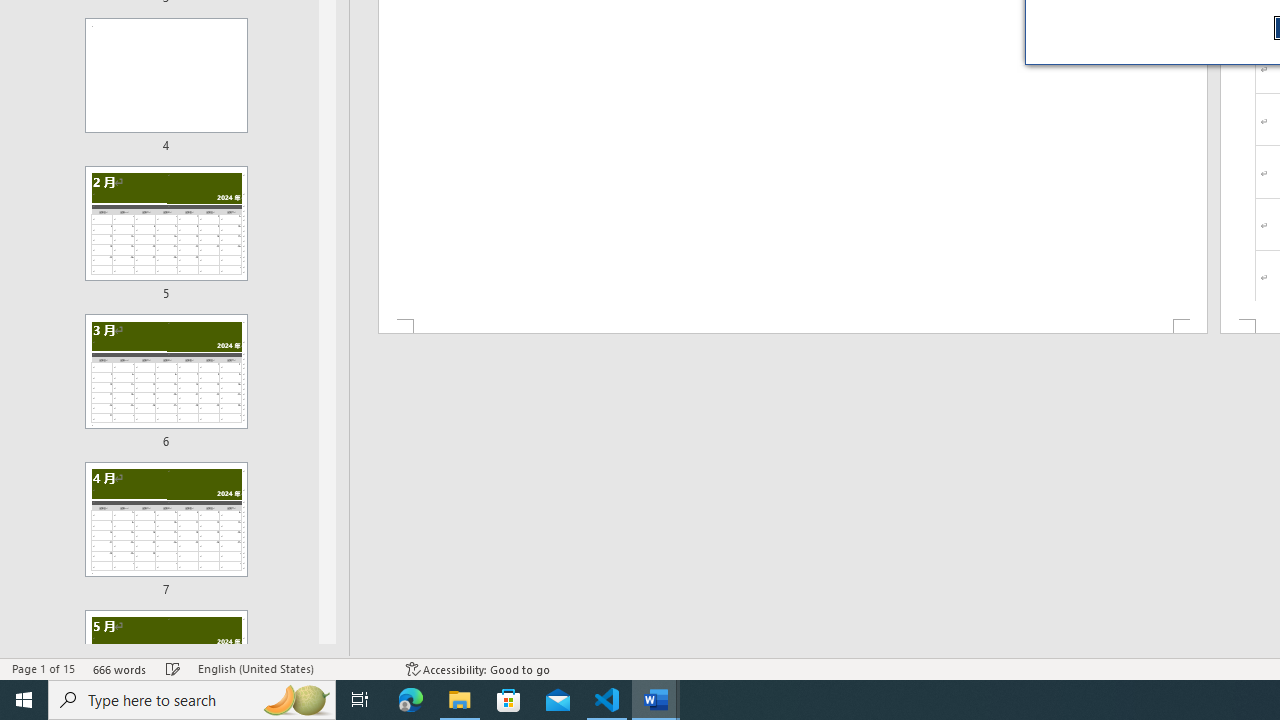  Describe the element at coordinates (192, 698) in the screenshot. I see `'Type here to search'` at that location.